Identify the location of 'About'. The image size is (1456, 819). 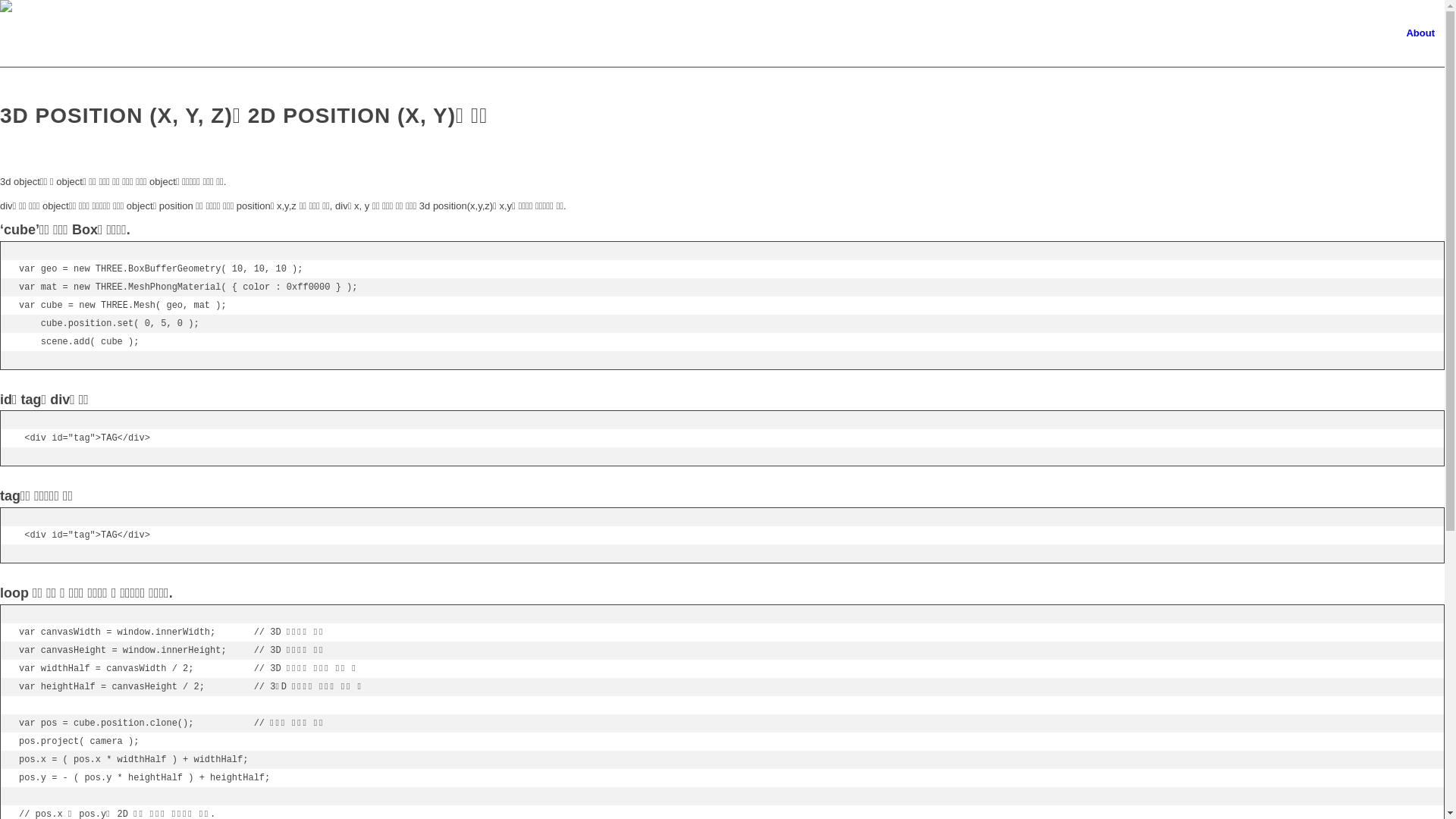
(1419, 33).